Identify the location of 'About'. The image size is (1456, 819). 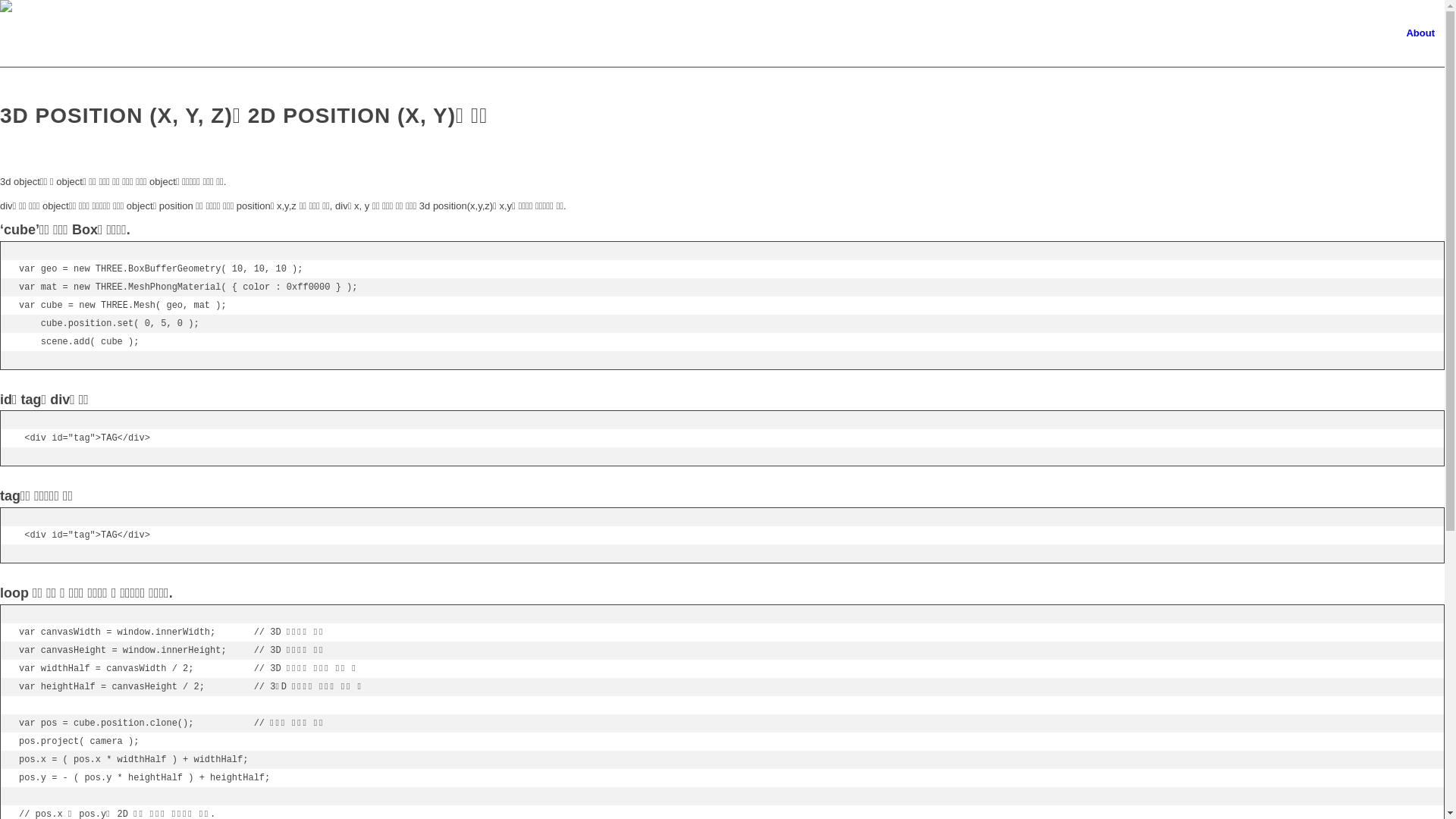
(1419, 33).